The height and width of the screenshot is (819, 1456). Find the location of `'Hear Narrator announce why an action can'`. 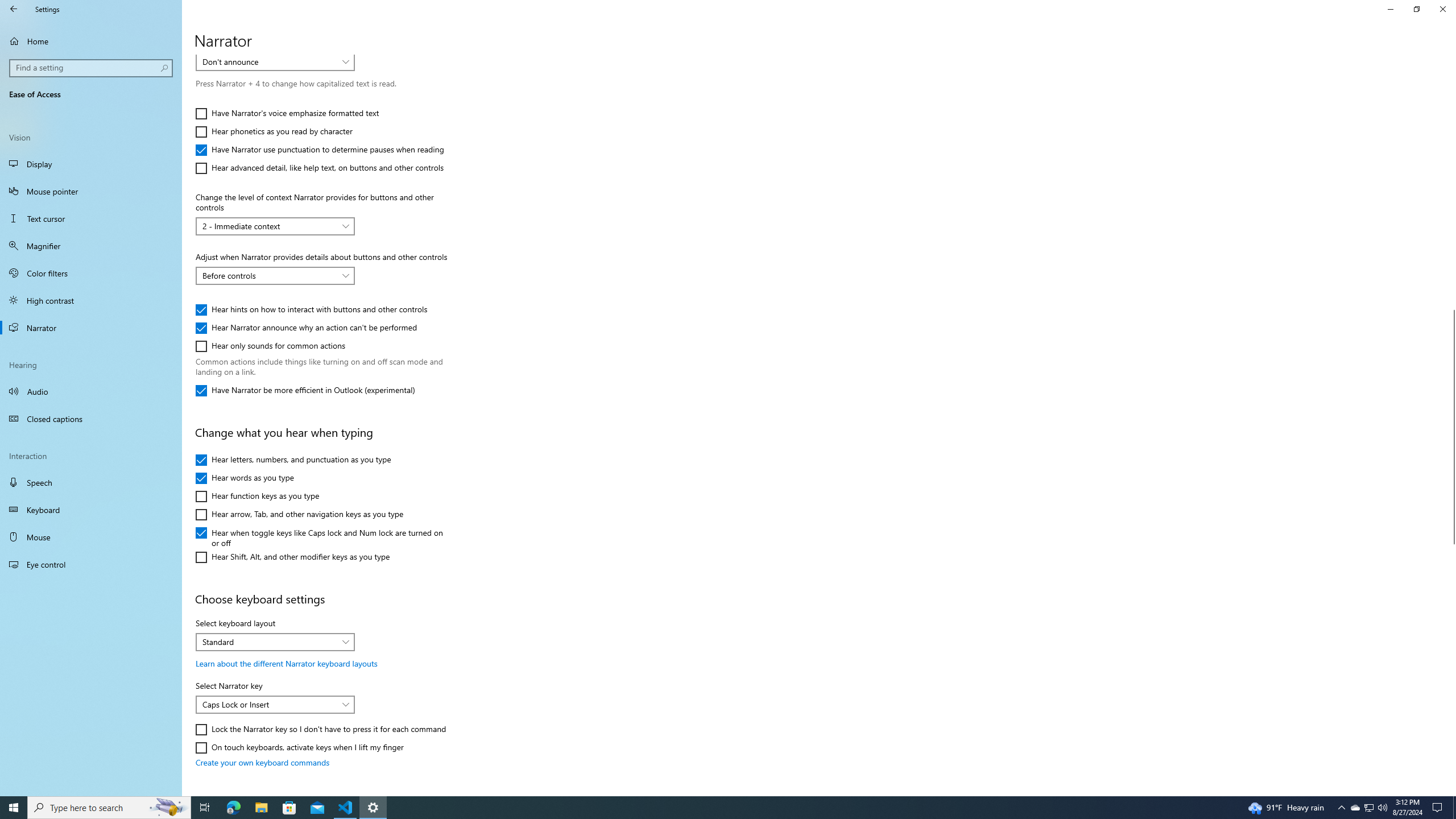

'Hear Narrator announce why an action can' is located at coordinates (306, 328).